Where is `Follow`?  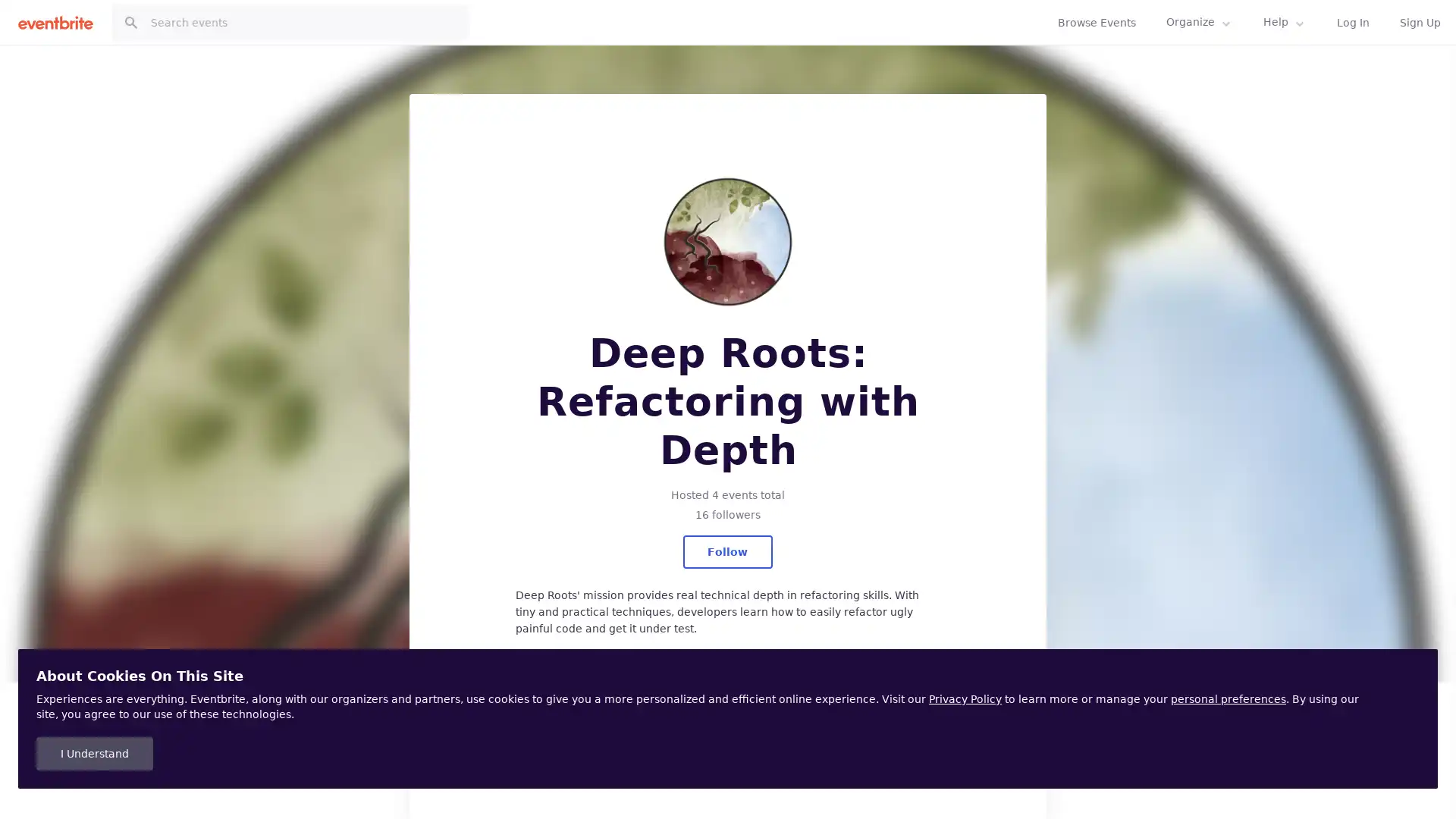
Follow is located at coordinates (726, 552).